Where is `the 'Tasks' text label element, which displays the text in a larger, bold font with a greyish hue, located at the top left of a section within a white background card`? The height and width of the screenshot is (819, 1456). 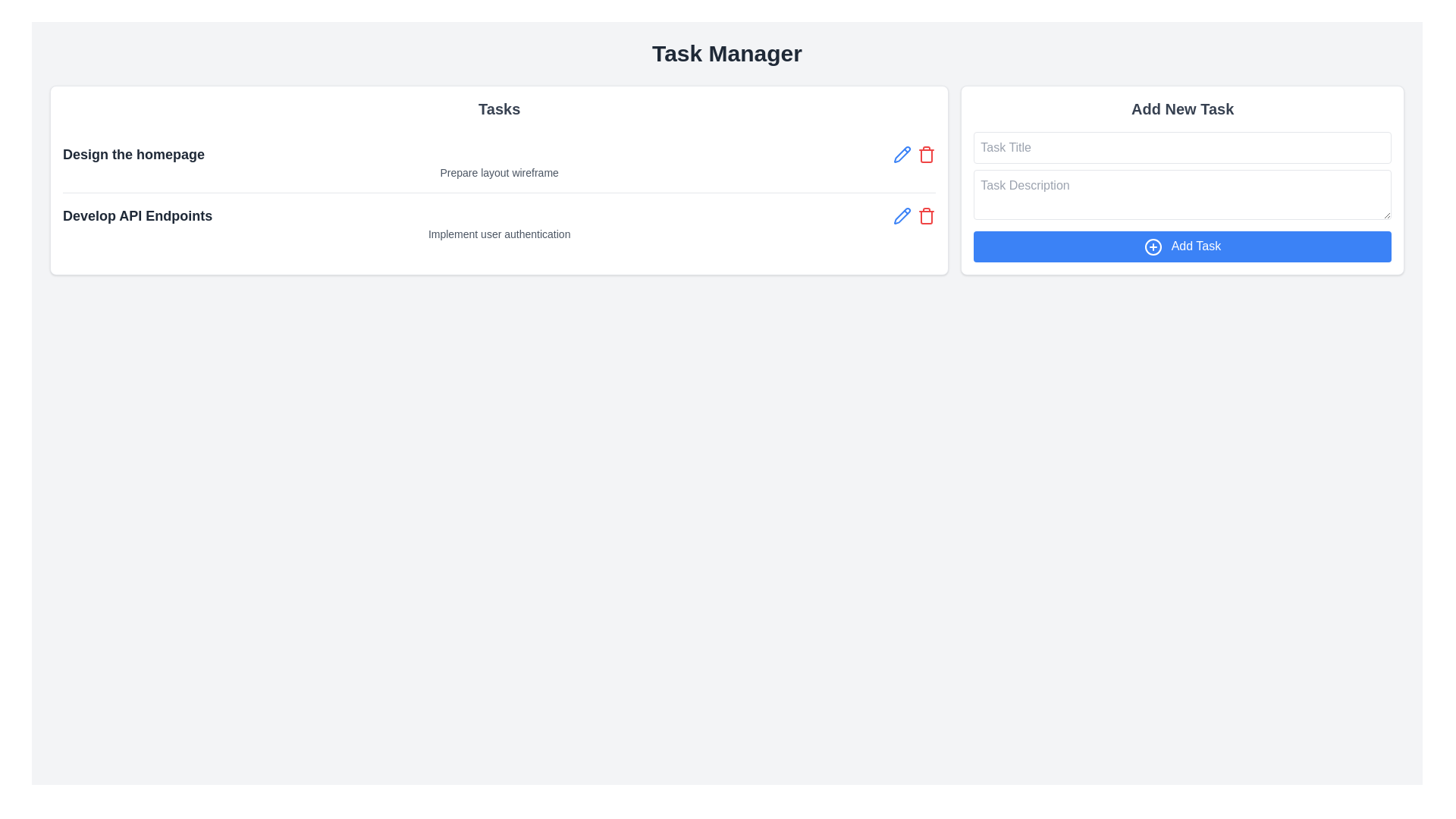 the 'Tasks' text label element, which displays the text in a larger, bold font with a greyish hue, located at the top left of a section within a white background card is located at coordinates (499, 108).